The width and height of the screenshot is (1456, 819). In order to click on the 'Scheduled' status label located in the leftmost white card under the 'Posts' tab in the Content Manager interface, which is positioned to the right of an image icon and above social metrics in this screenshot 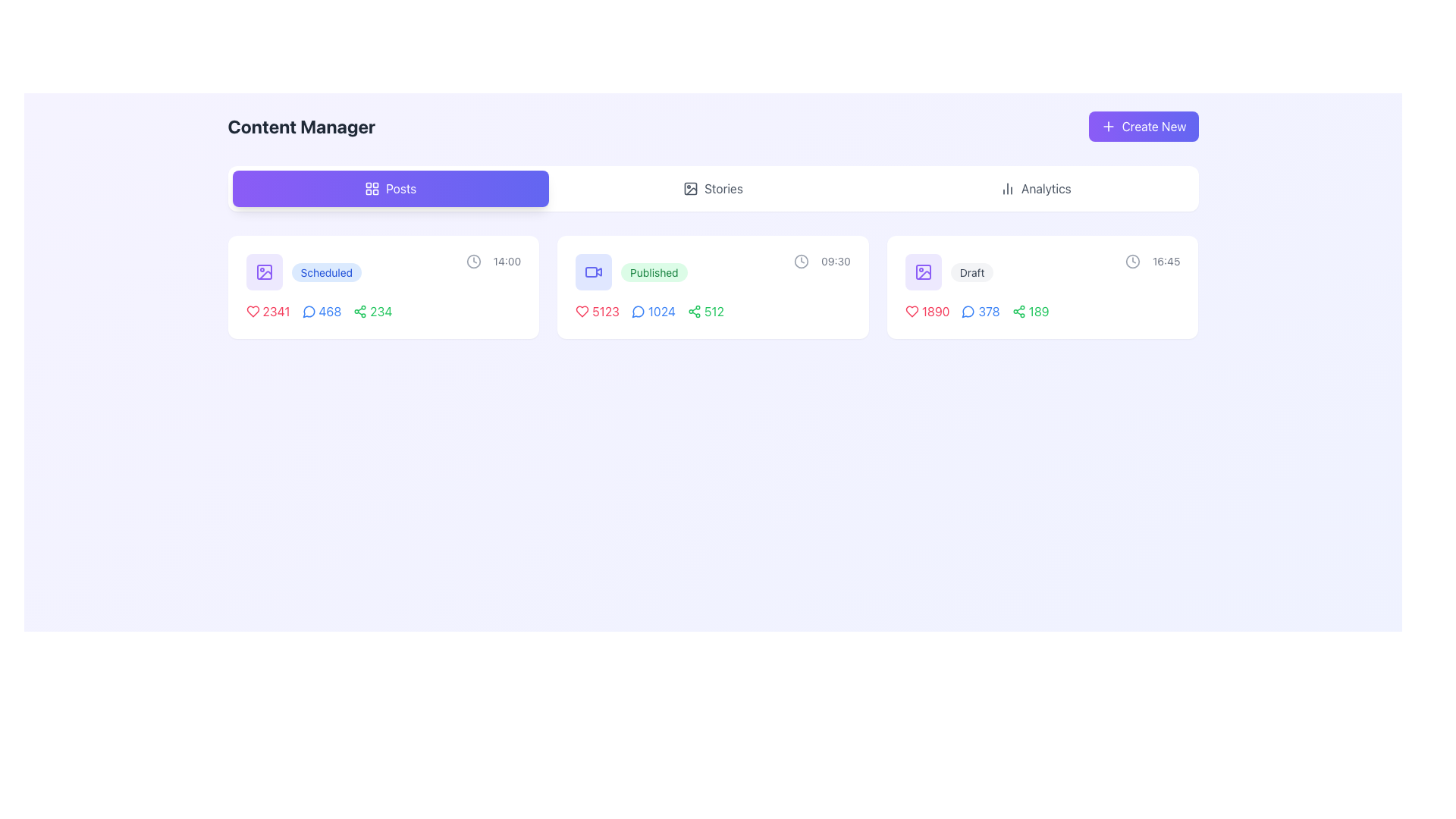, I will do `click(303, 271)`.